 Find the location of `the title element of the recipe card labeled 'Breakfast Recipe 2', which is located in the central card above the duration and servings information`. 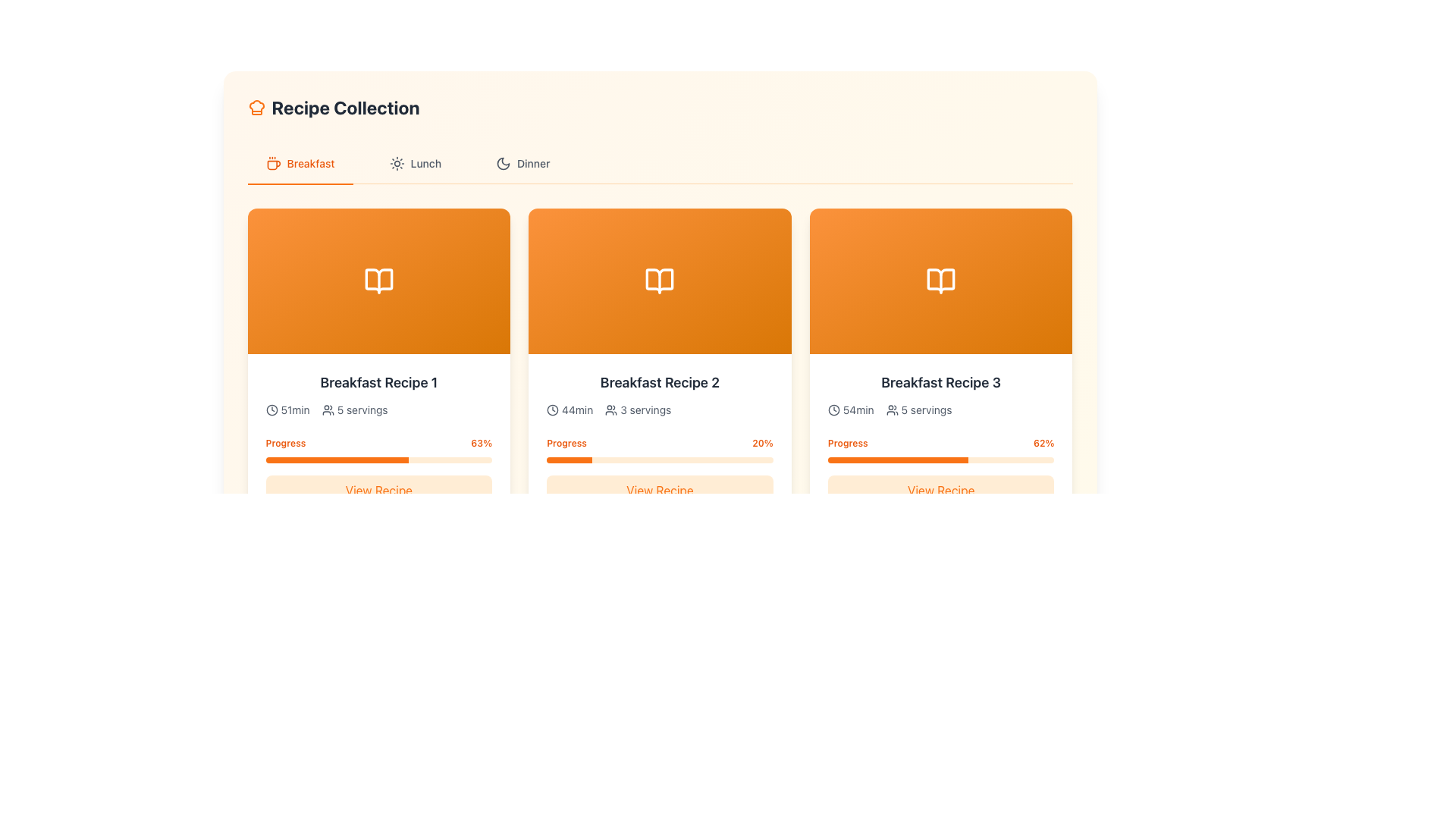

the title element of the recipe card labeled 'Breakfast Recipe 2', which is located in the central card above the duration and servings information is located at coordinates (660, 382).